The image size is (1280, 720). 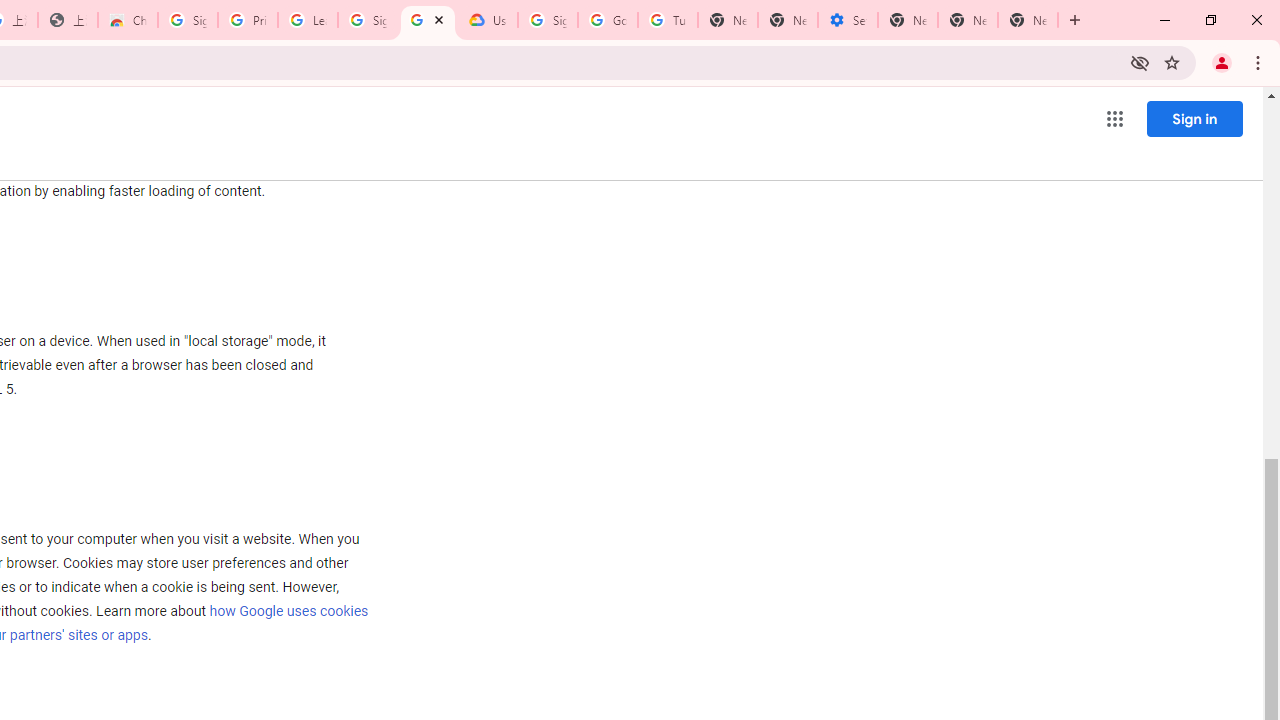 I want to click on 'Google Account Help', so click(x=607, y=20).